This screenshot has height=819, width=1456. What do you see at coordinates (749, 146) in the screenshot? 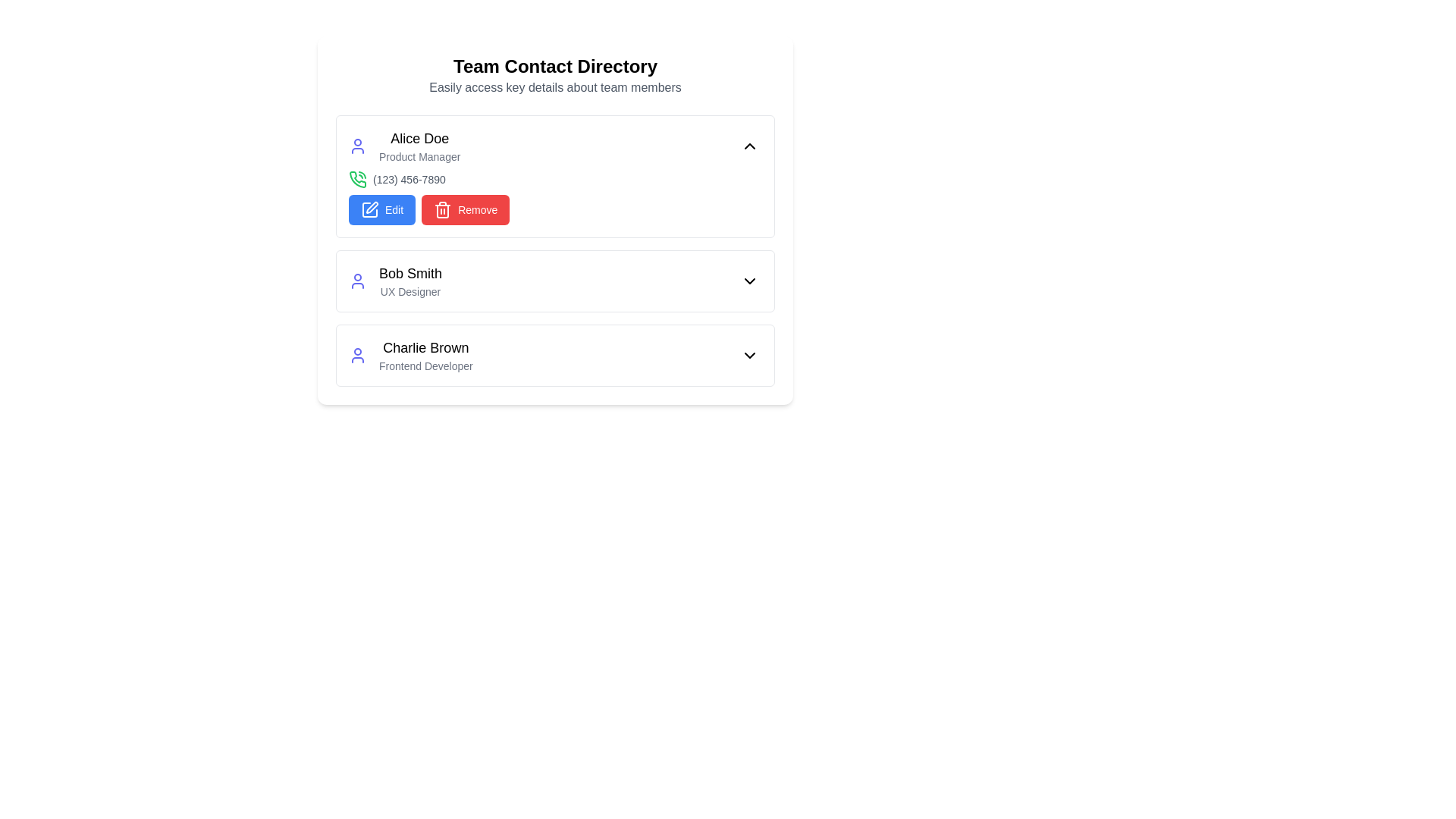
I see `the triangular arrow icon pointing upward, which is a Toggle button located in the top right corner of the box containing 'Alice Doe, Product Manager'` at bounding box center [749, 146].